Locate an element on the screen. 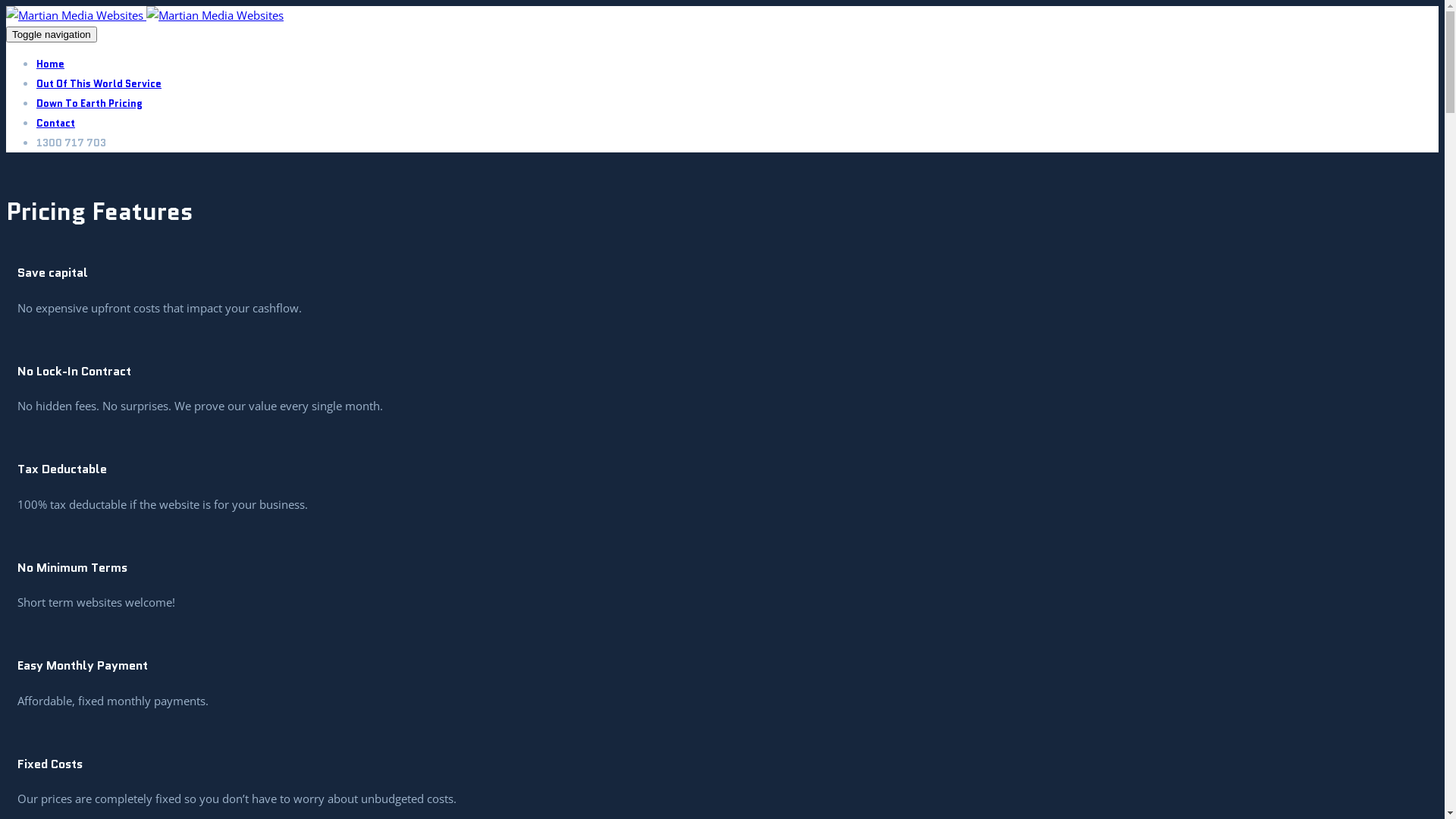  'Out of This World Service' is located at coordinates (214, 14).